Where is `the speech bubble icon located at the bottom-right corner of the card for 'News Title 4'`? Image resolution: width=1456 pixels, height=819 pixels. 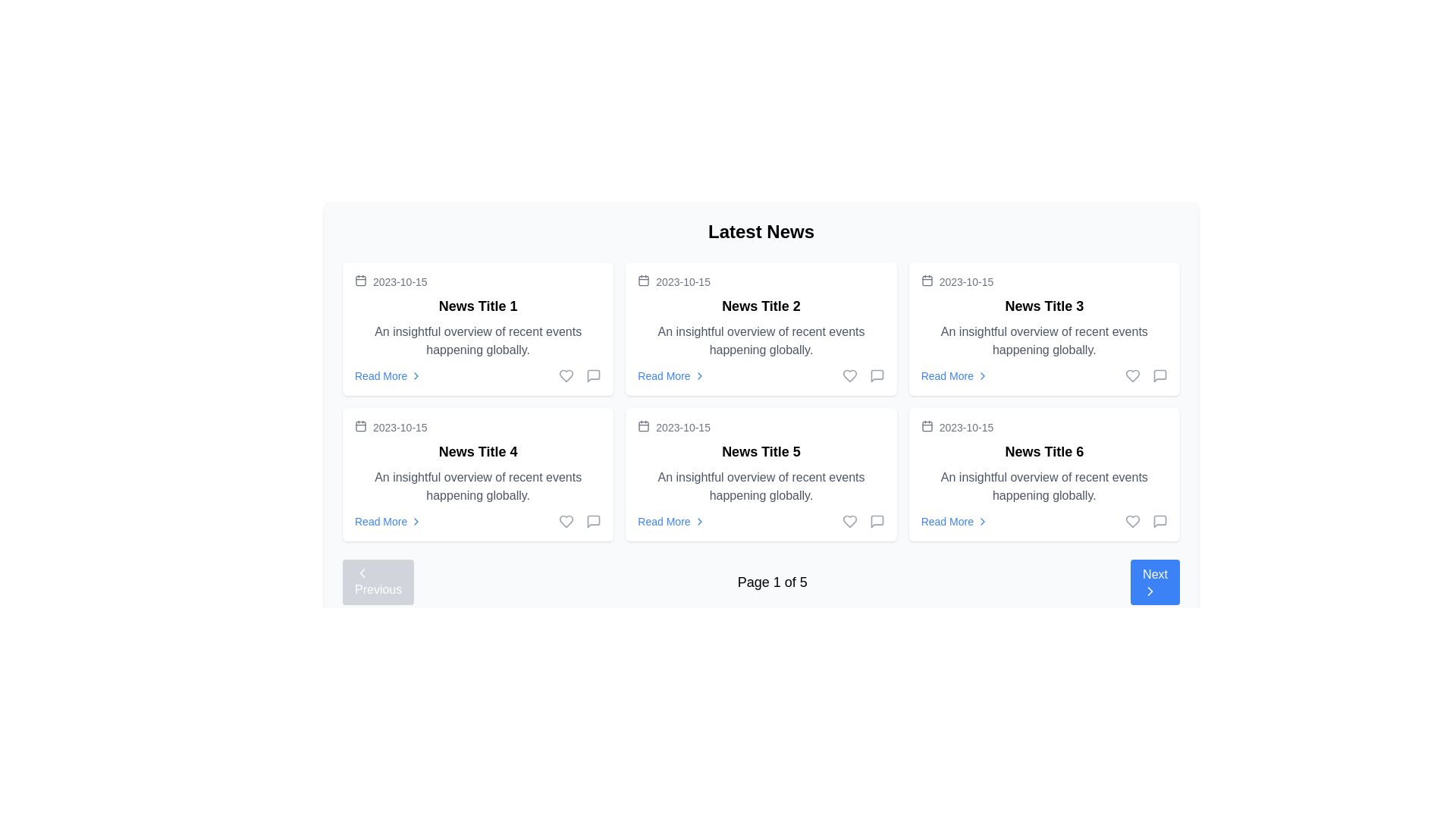
the speech bubble icon located at the bottom-right corner of the card for 'News Title 4' is located at coordinates (593, 520).